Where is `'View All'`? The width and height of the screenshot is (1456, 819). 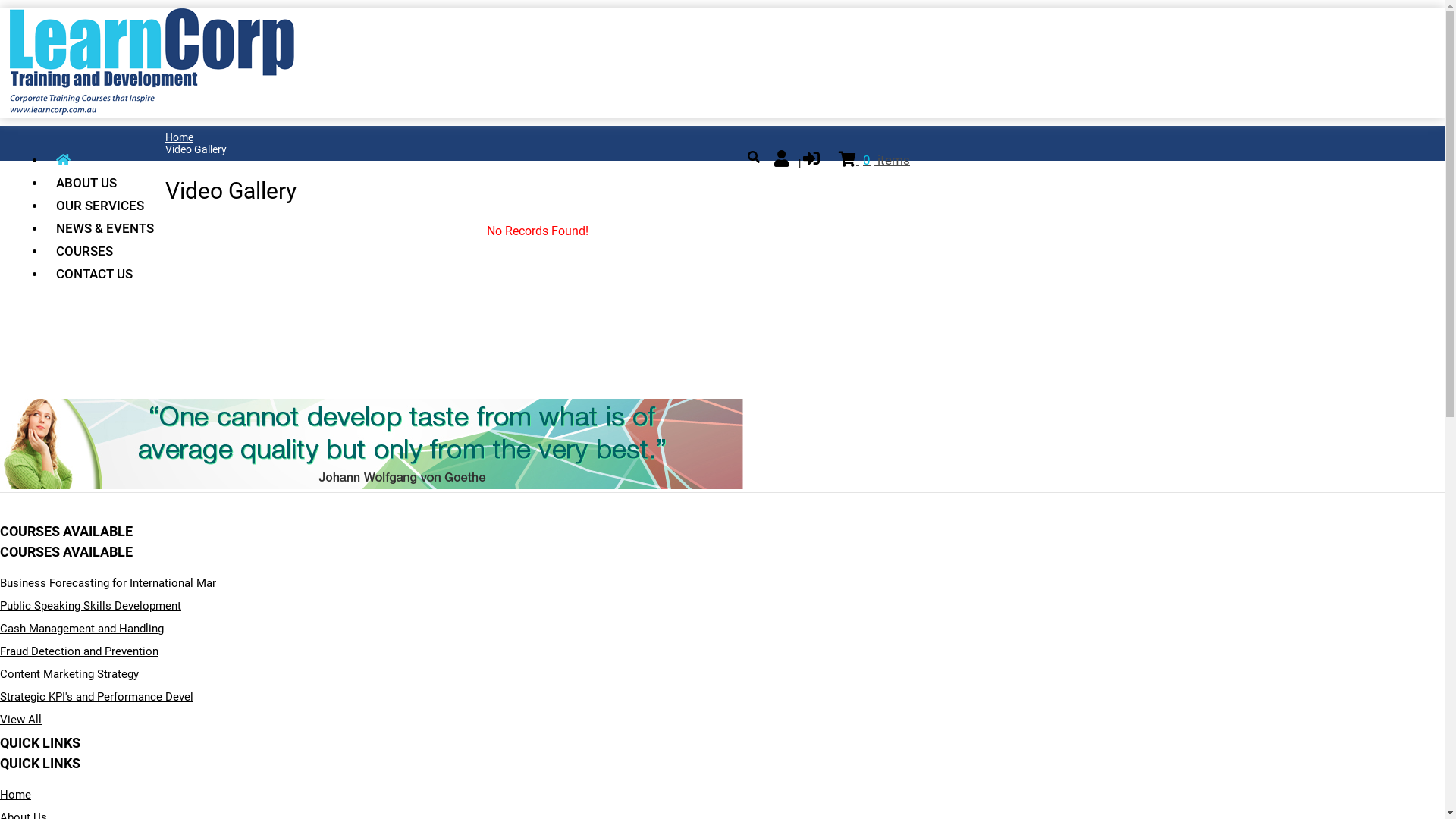 'View All' is located at coordinates (20, 718).